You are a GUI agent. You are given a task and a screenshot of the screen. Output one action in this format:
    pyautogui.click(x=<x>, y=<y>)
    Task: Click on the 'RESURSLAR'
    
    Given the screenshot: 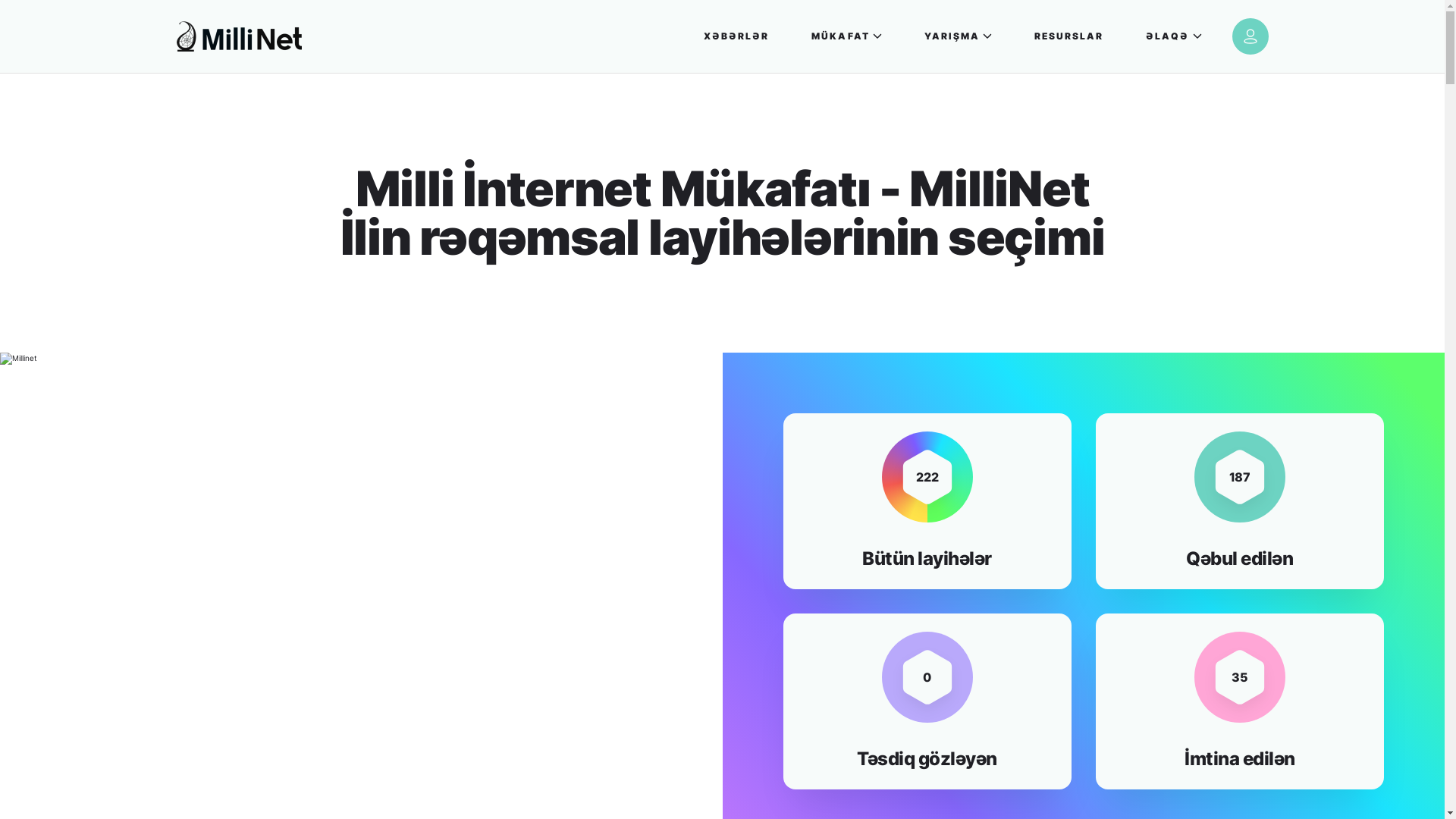 What is the action you would take?
    pyautogui.click(x=1068, y=36)
    